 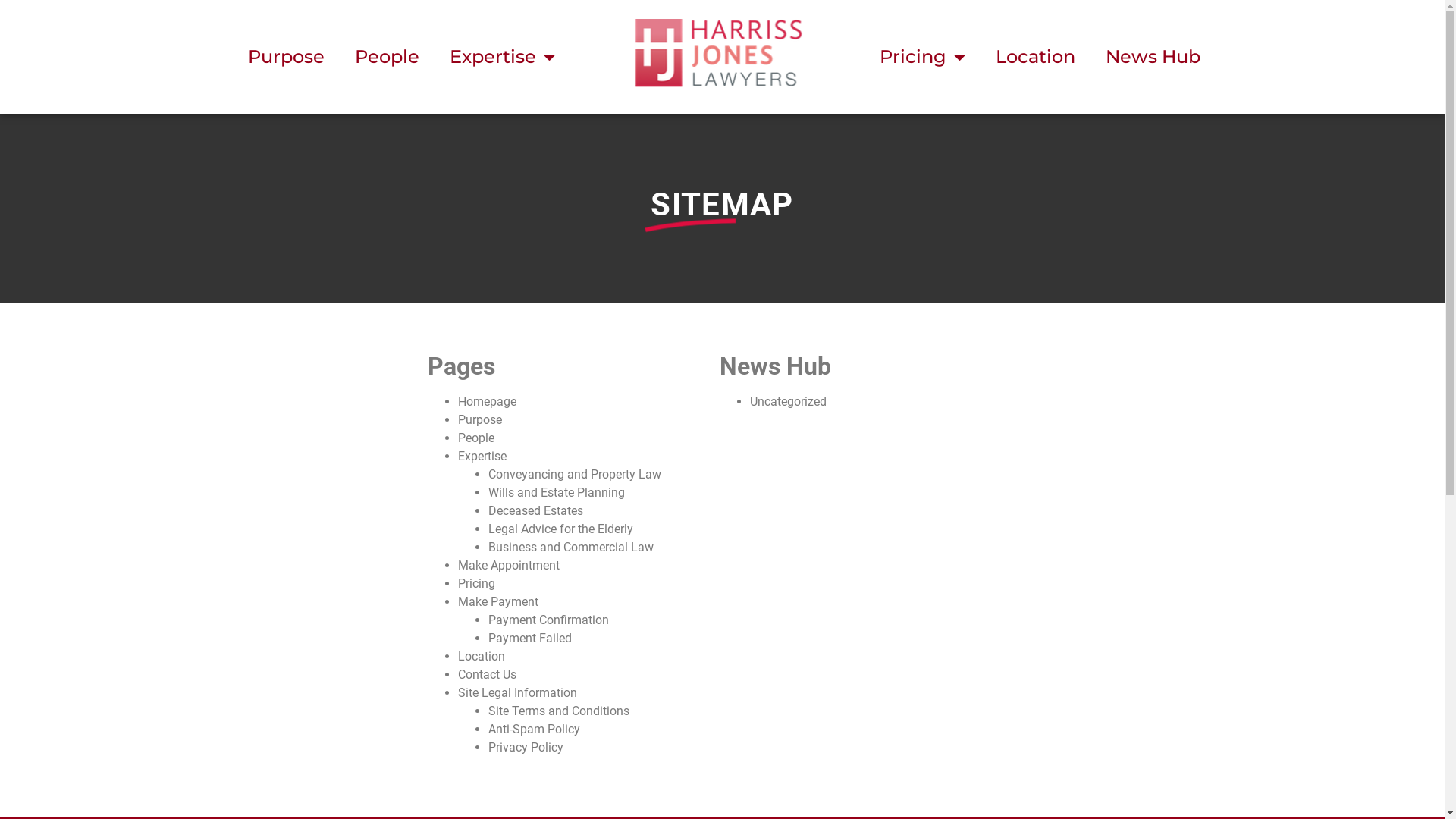 I want to click on 'Homepage', so click(x=487, y=400).